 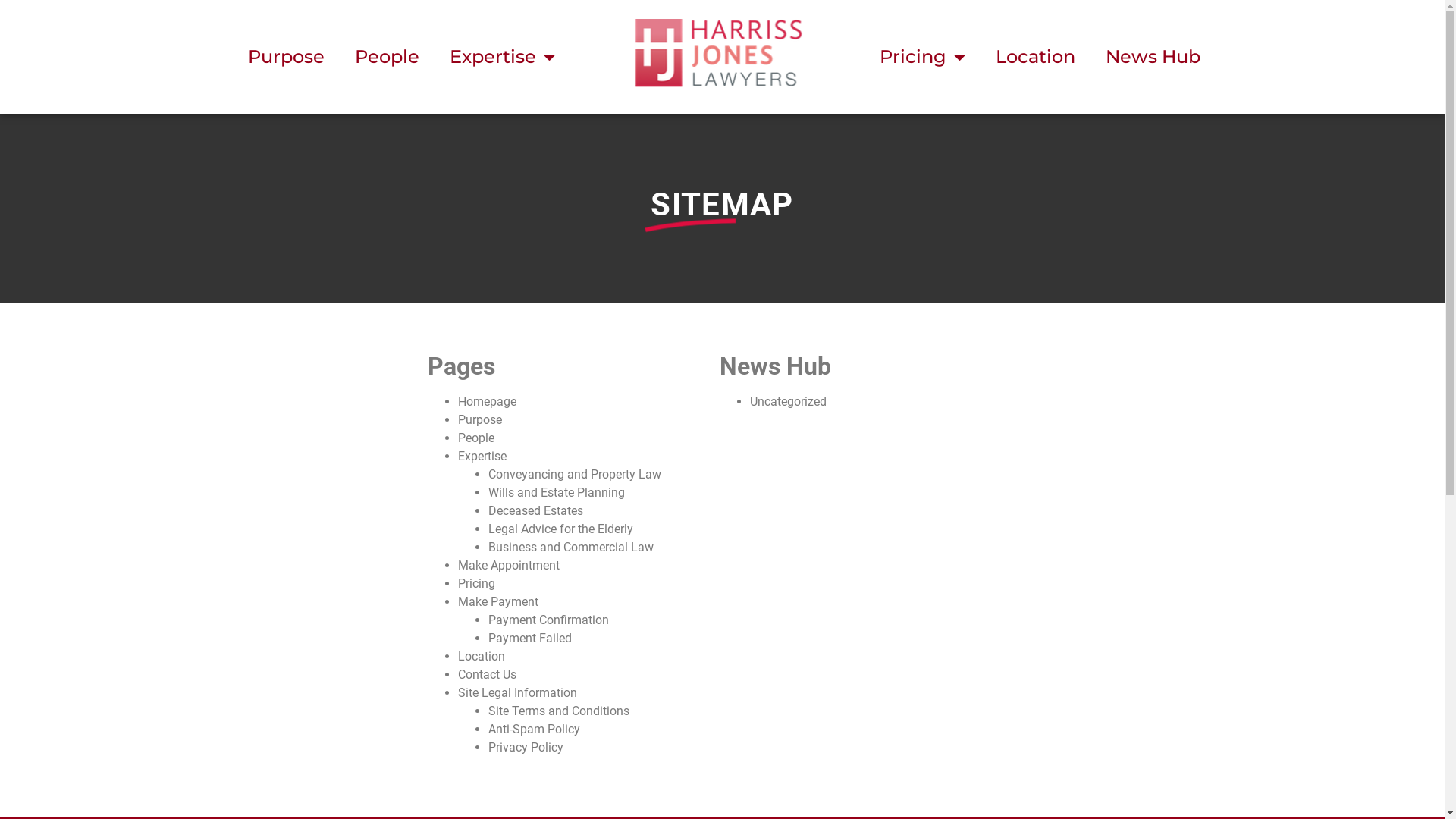 I want to click on 'Homepage', so click(x=487, y=400).